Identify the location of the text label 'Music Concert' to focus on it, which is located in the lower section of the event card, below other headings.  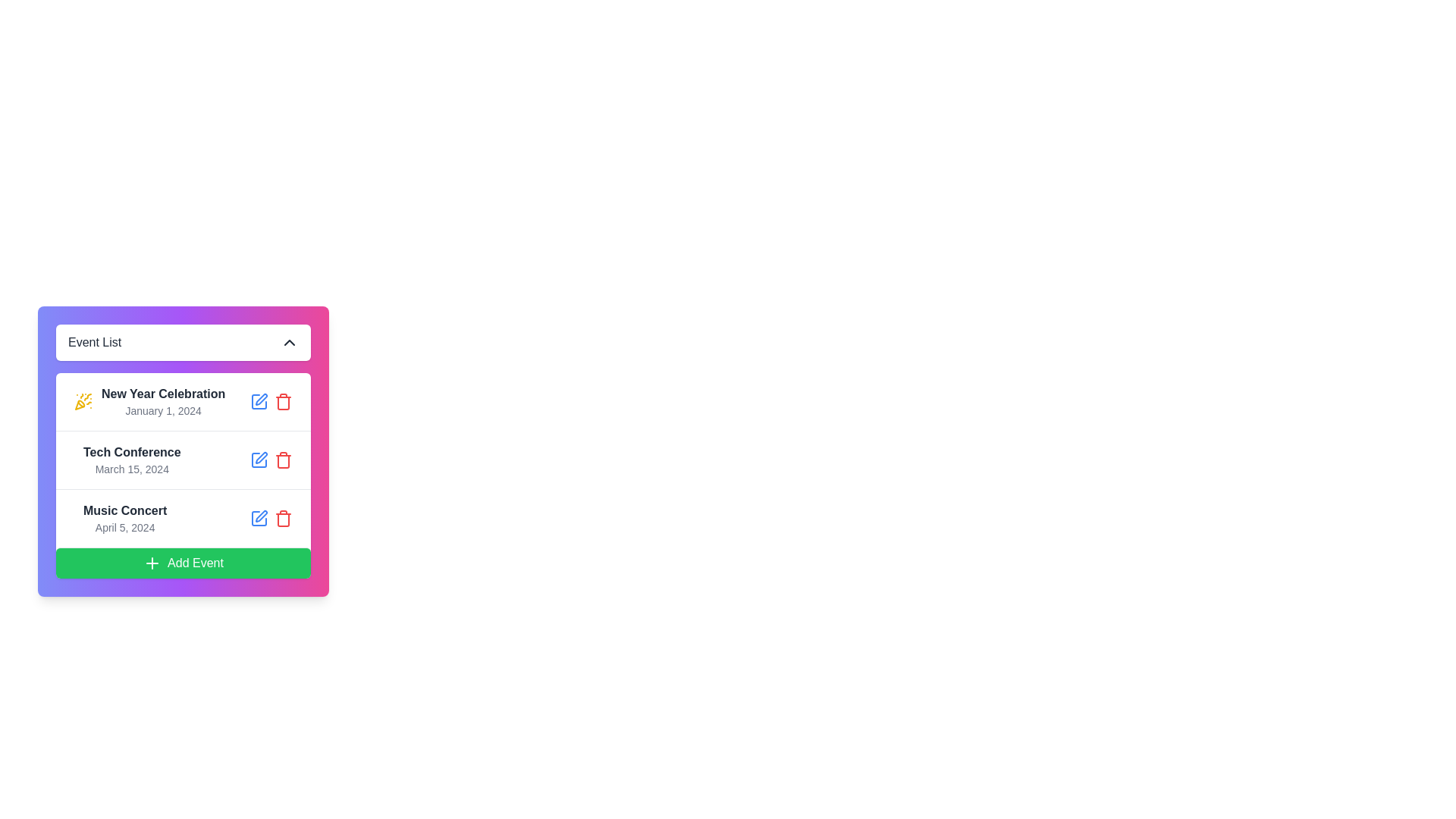
(125, 511).